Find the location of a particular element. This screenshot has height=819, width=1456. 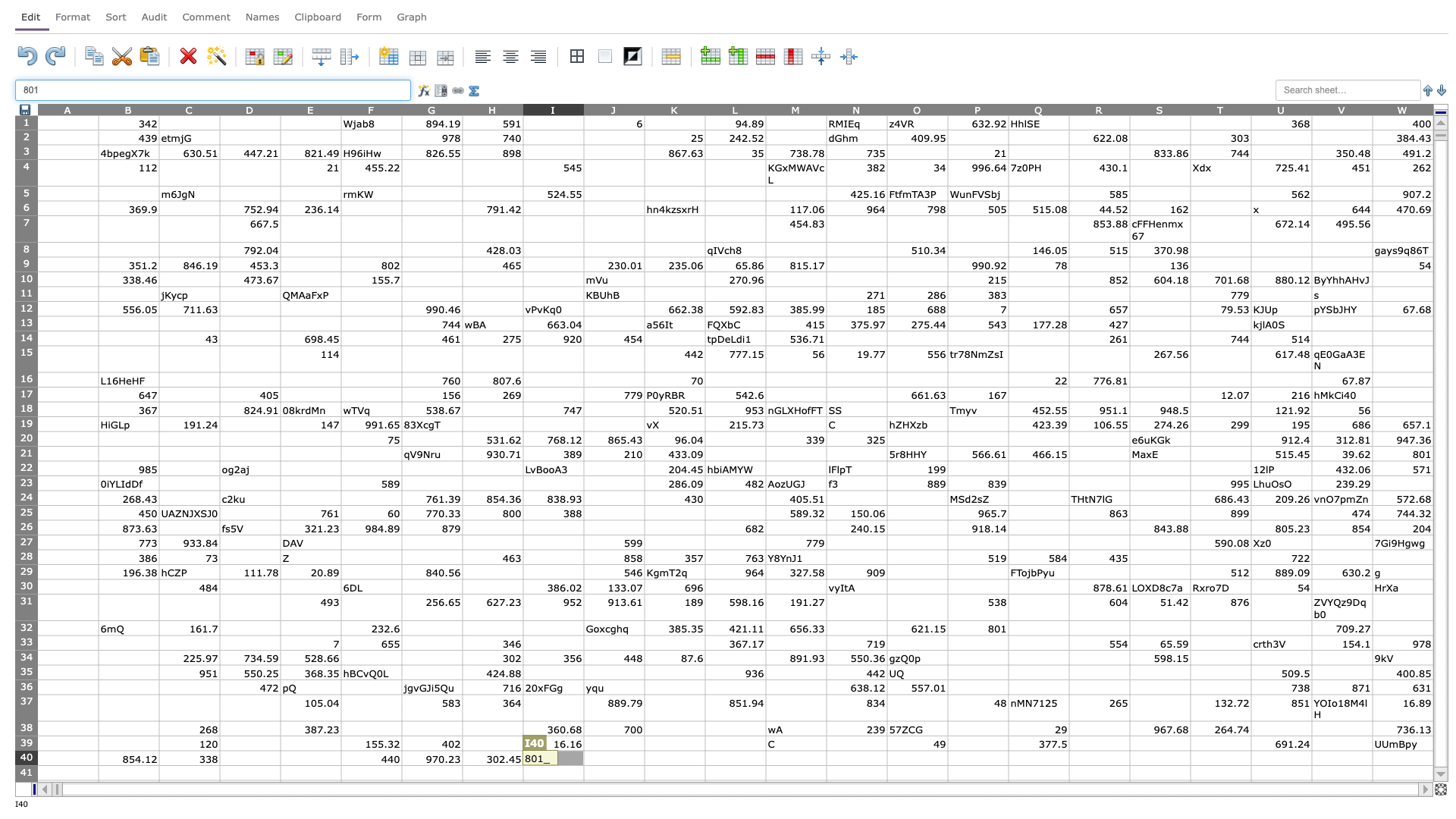

left edge at column J row 40 is located at coordinates (582, 758).